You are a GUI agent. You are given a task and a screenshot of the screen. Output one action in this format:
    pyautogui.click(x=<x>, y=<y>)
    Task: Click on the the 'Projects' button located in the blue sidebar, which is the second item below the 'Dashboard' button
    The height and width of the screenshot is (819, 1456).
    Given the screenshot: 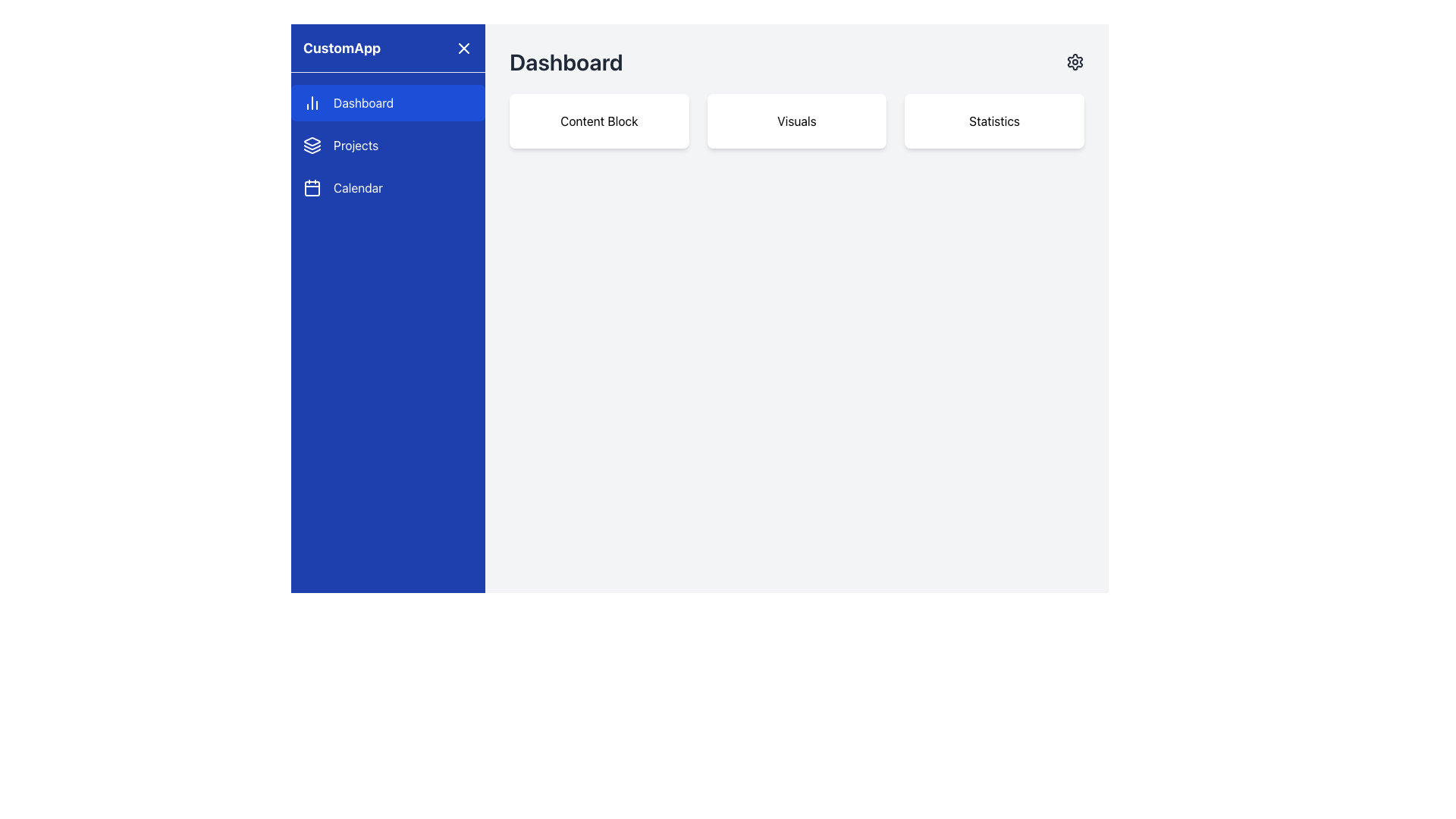 What is the action you would take?
    pyautogui.click(x=388, y=146)
    